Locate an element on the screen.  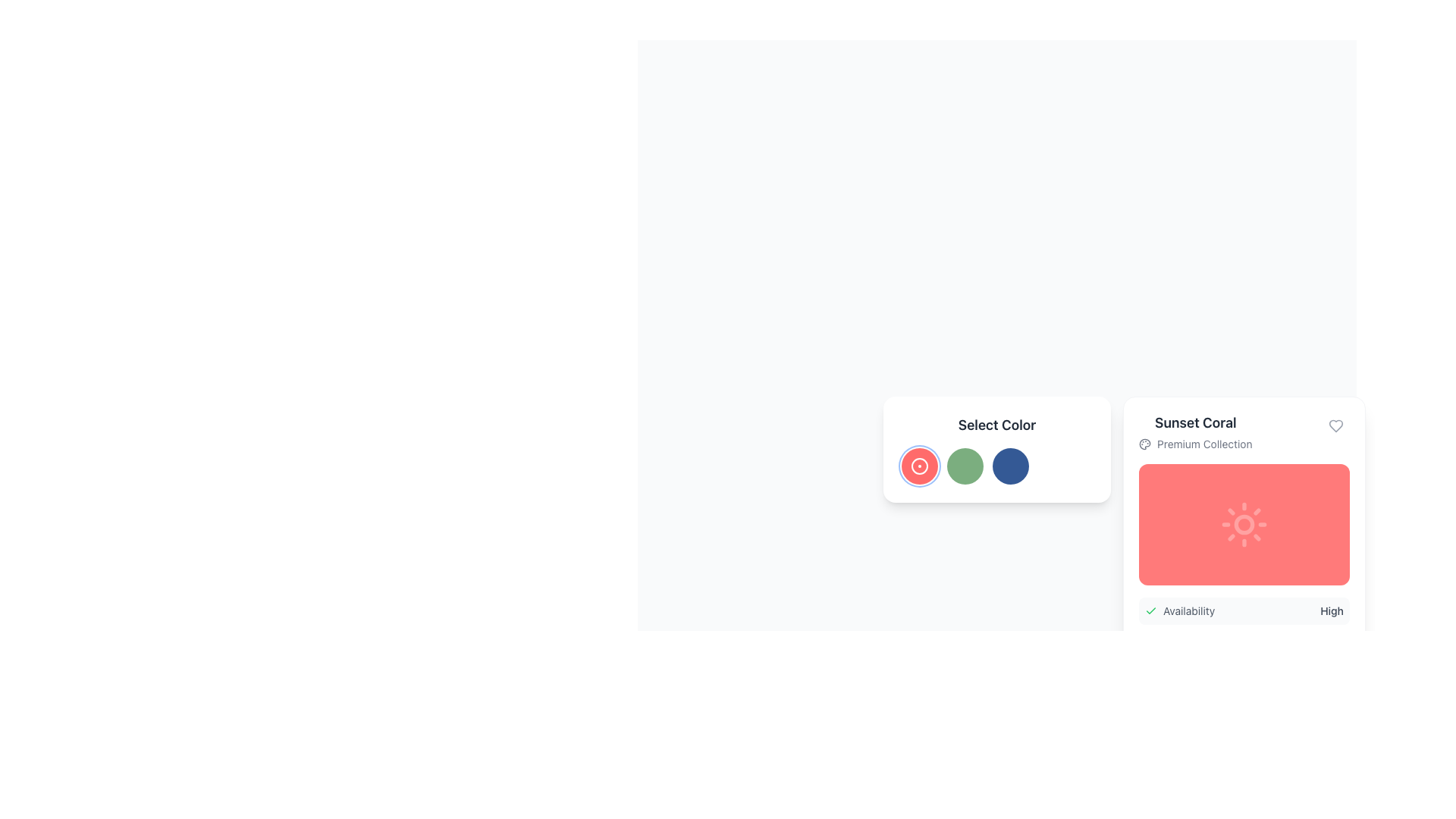
the text label displaying 'High' which is positioned at the bottom right of a card-like component to trigger potential tooltips is located at coordinates (1331, 610).